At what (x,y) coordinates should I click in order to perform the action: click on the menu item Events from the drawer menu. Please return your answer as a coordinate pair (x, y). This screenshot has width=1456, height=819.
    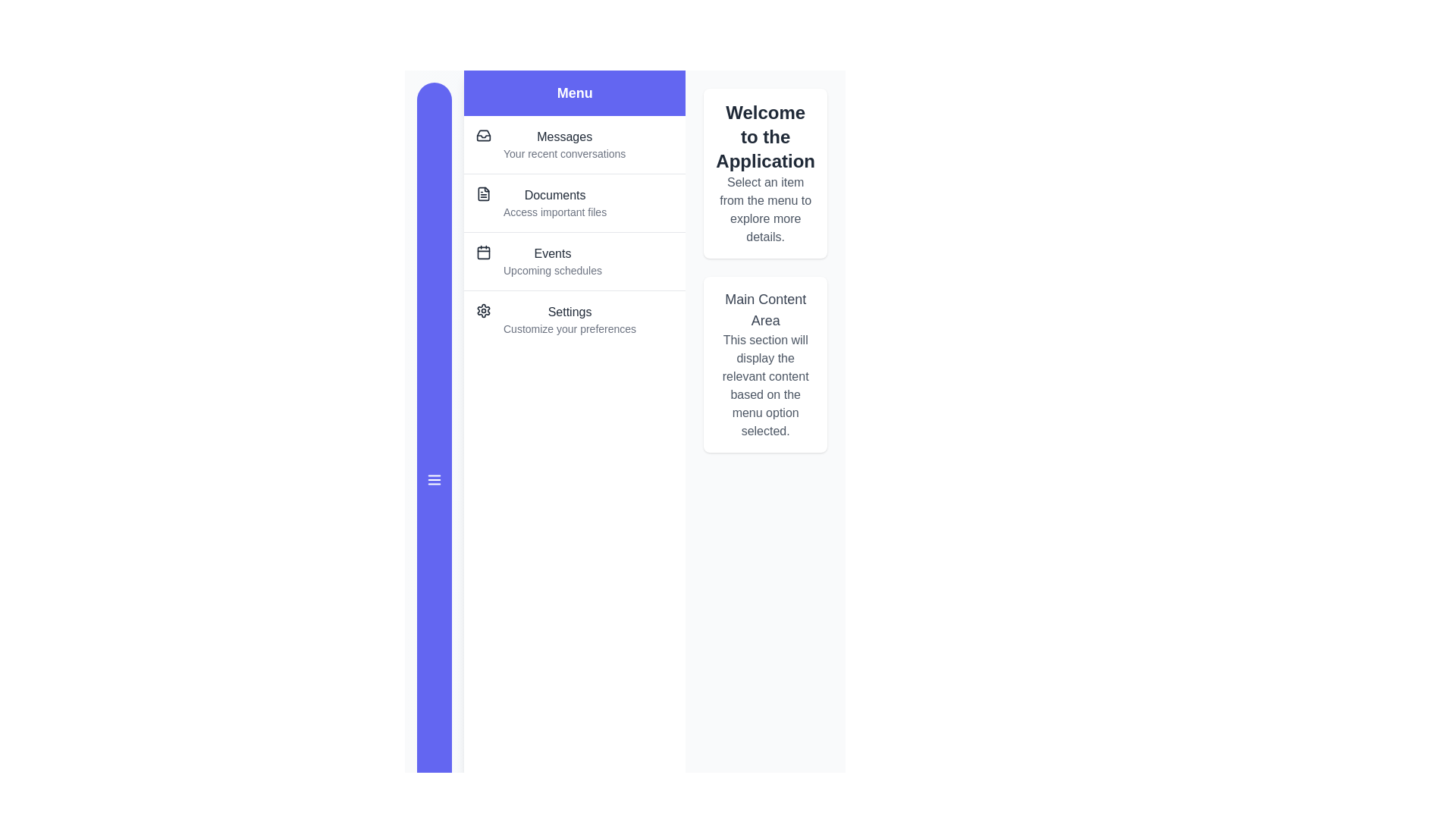
    Looking at the image, I should click on (574, 260).